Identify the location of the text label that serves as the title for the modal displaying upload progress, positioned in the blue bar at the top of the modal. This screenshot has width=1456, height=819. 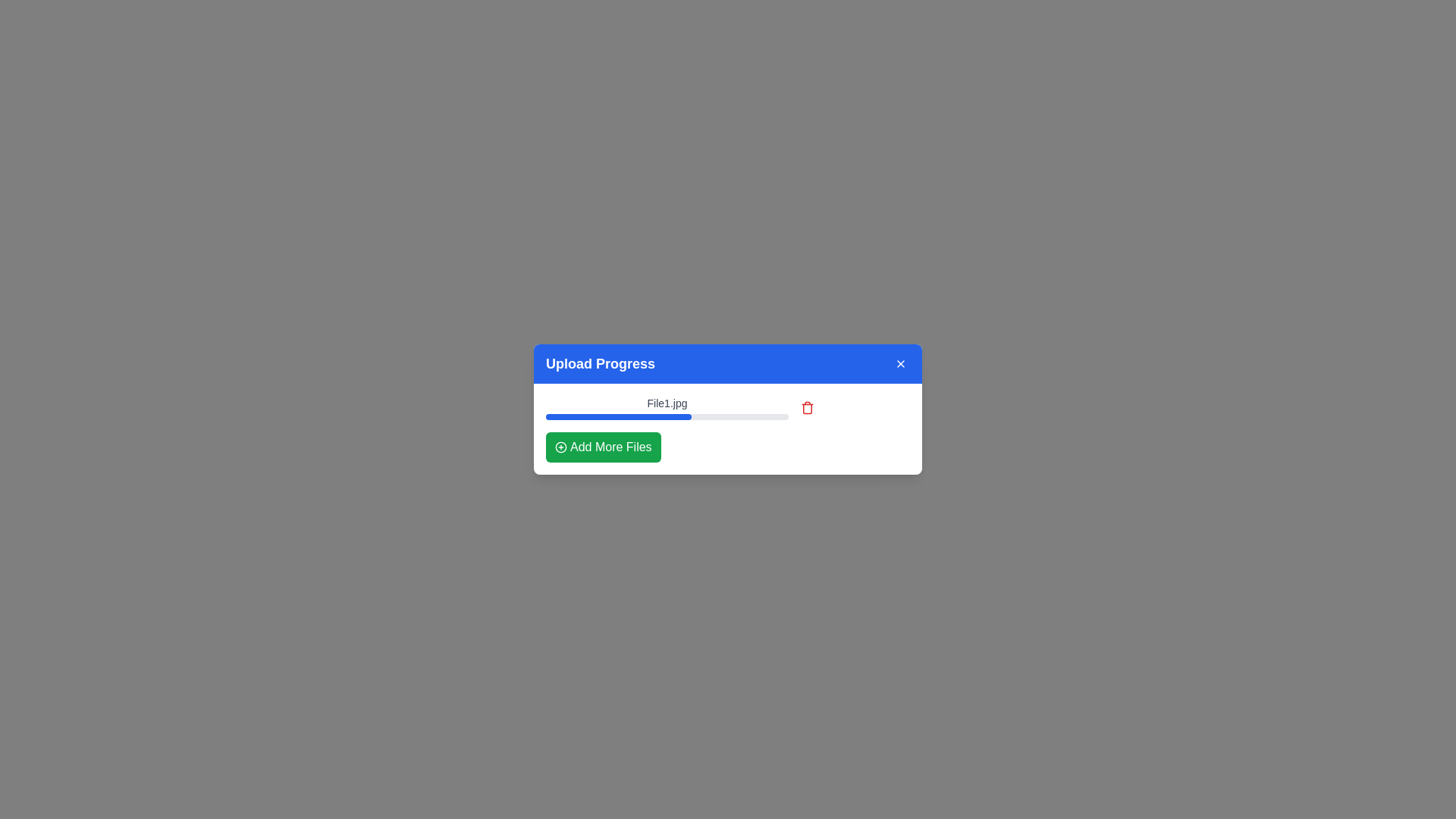
(600, 363).